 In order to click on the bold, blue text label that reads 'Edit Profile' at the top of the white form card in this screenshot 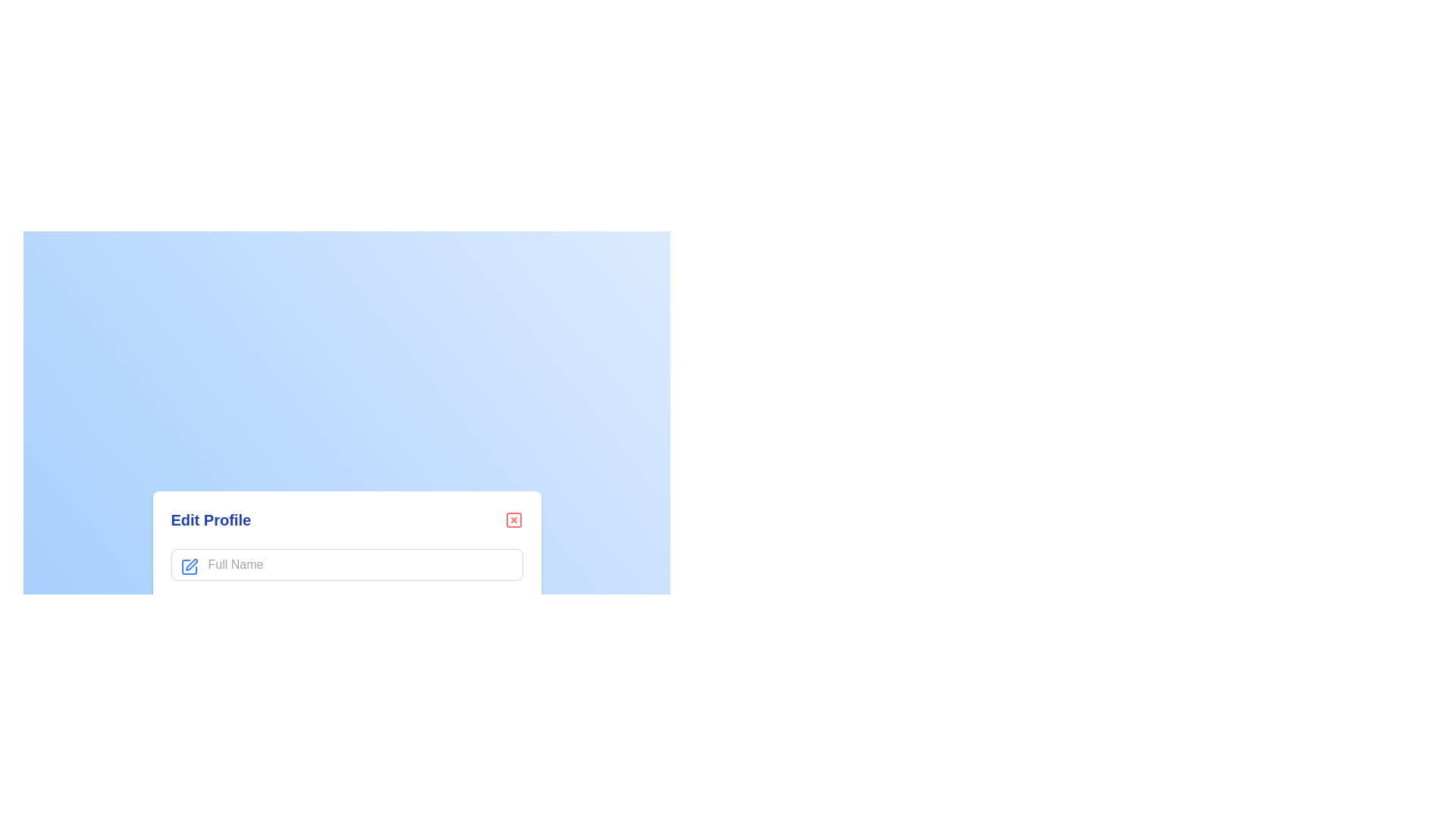, I will do `click(210, 519)`.